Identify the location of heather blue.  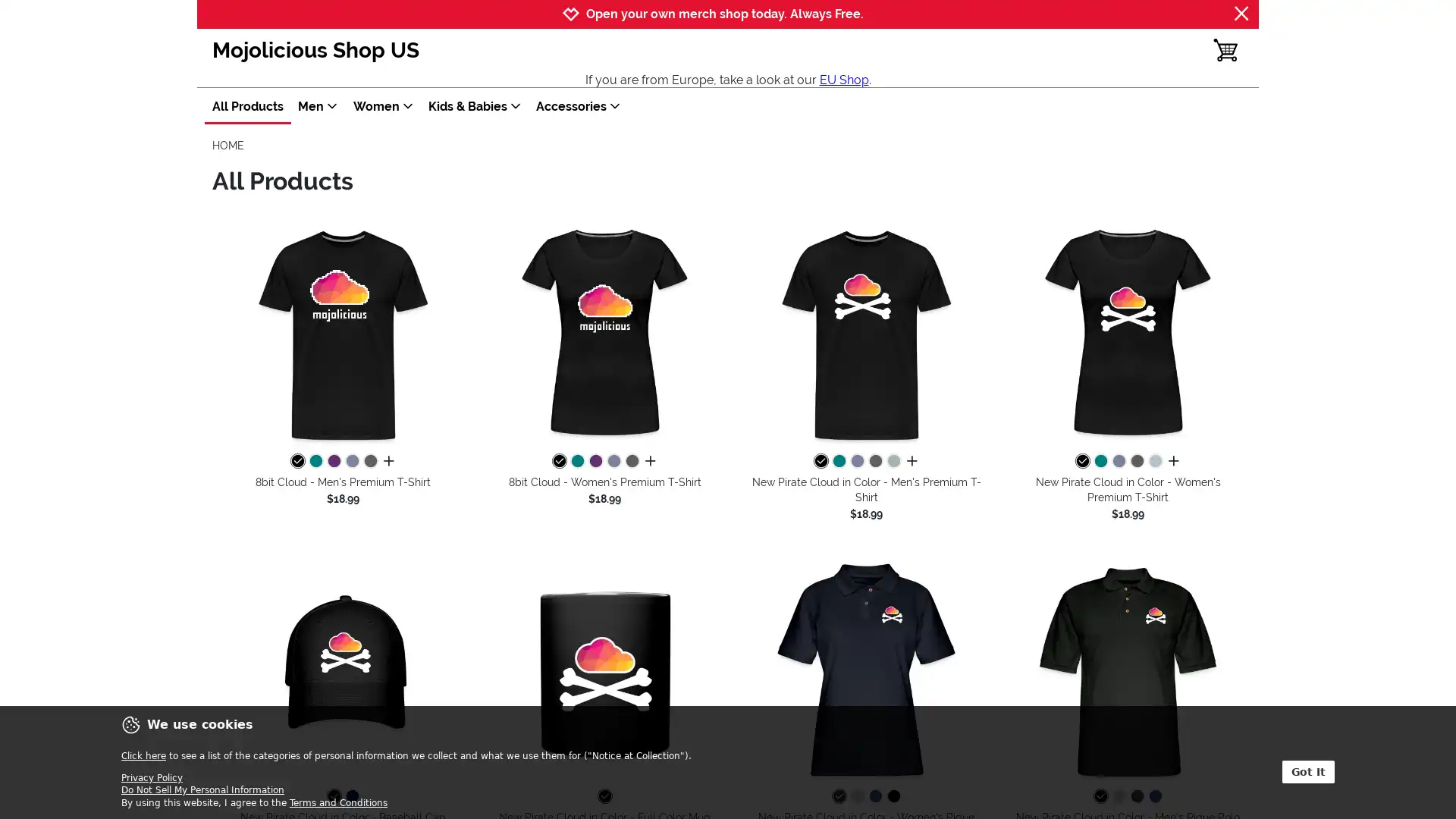
(856, 461).